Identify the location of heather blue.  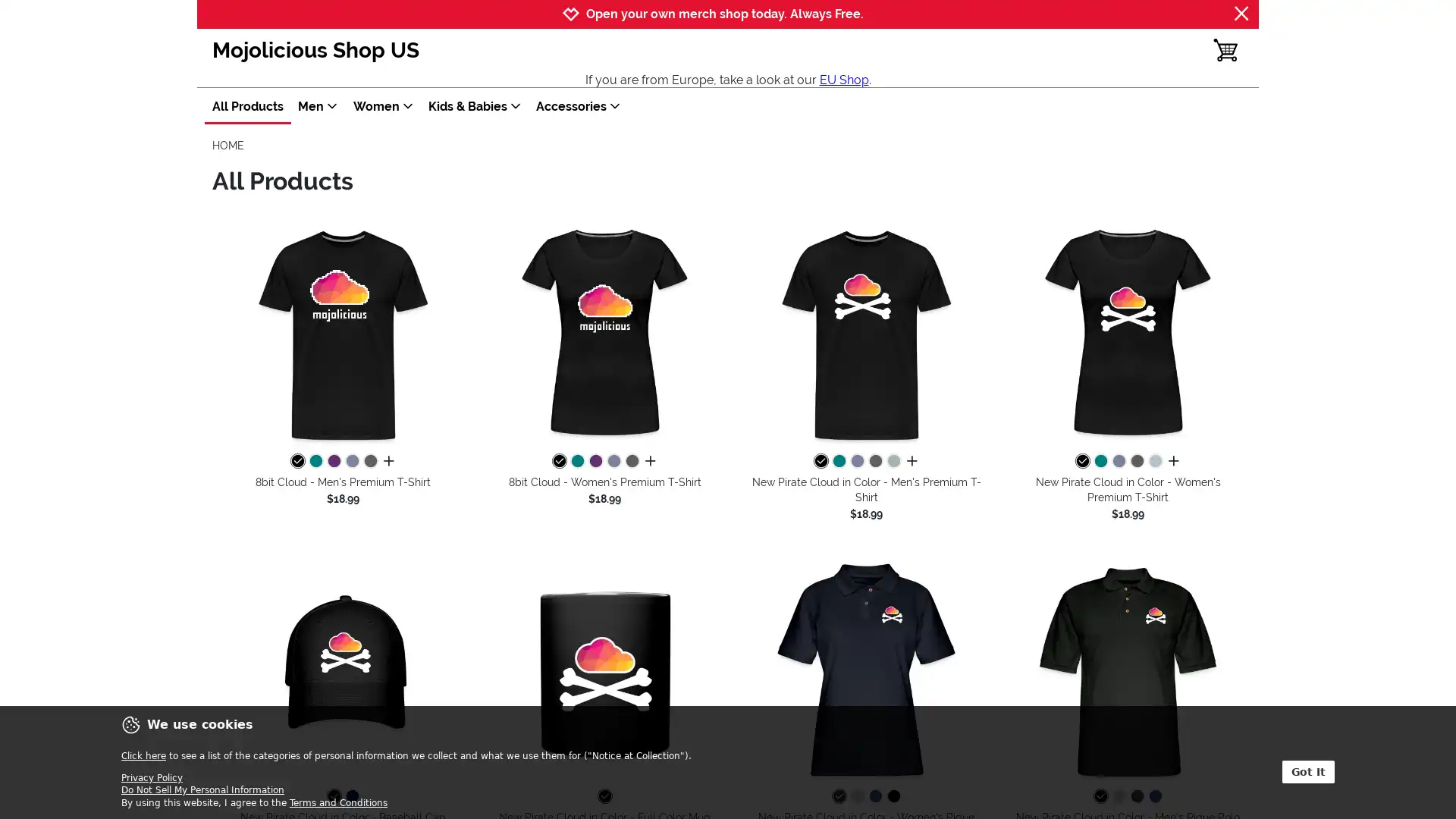
(856, 461).